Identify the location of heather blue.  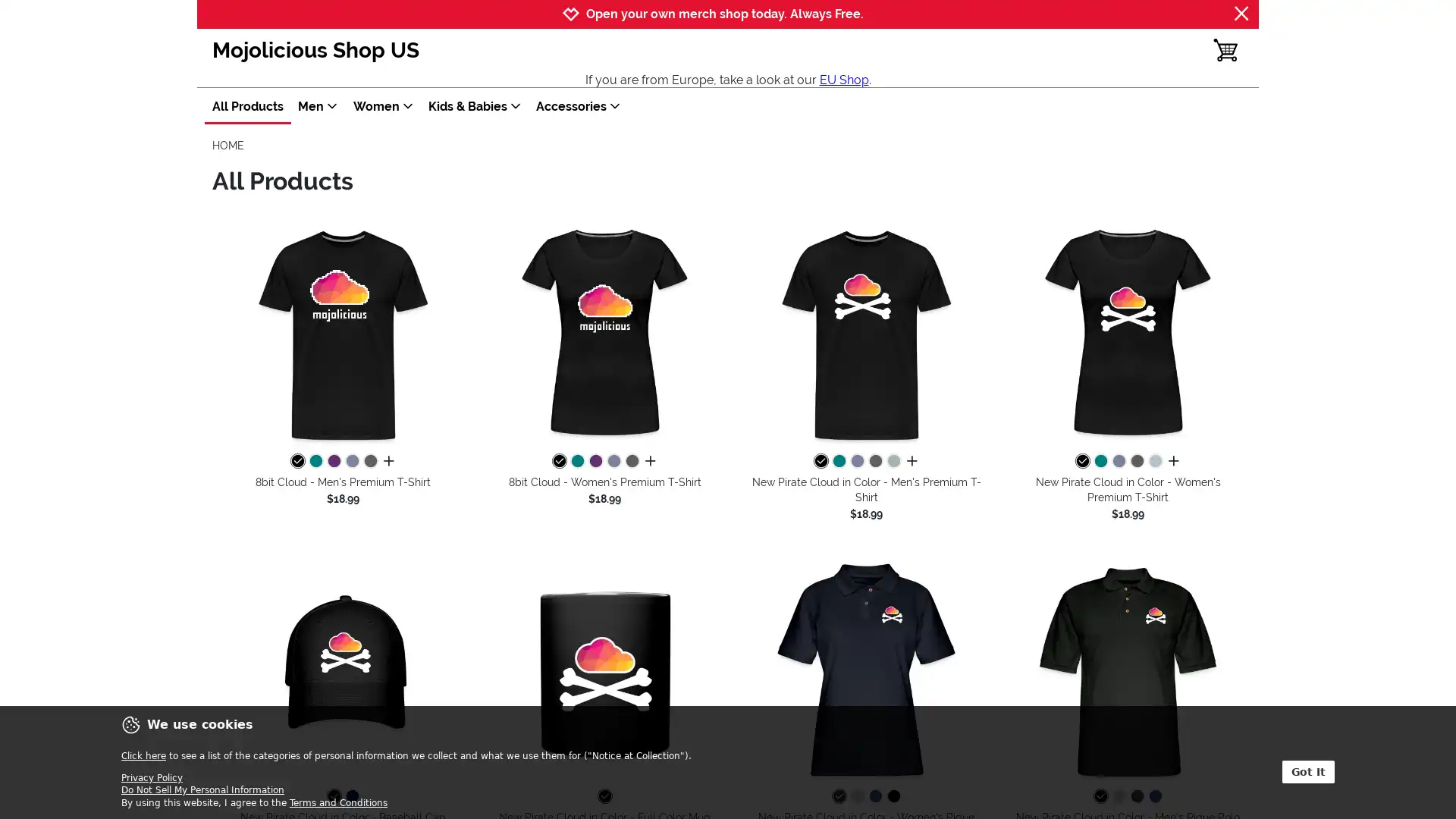
(856, 461).